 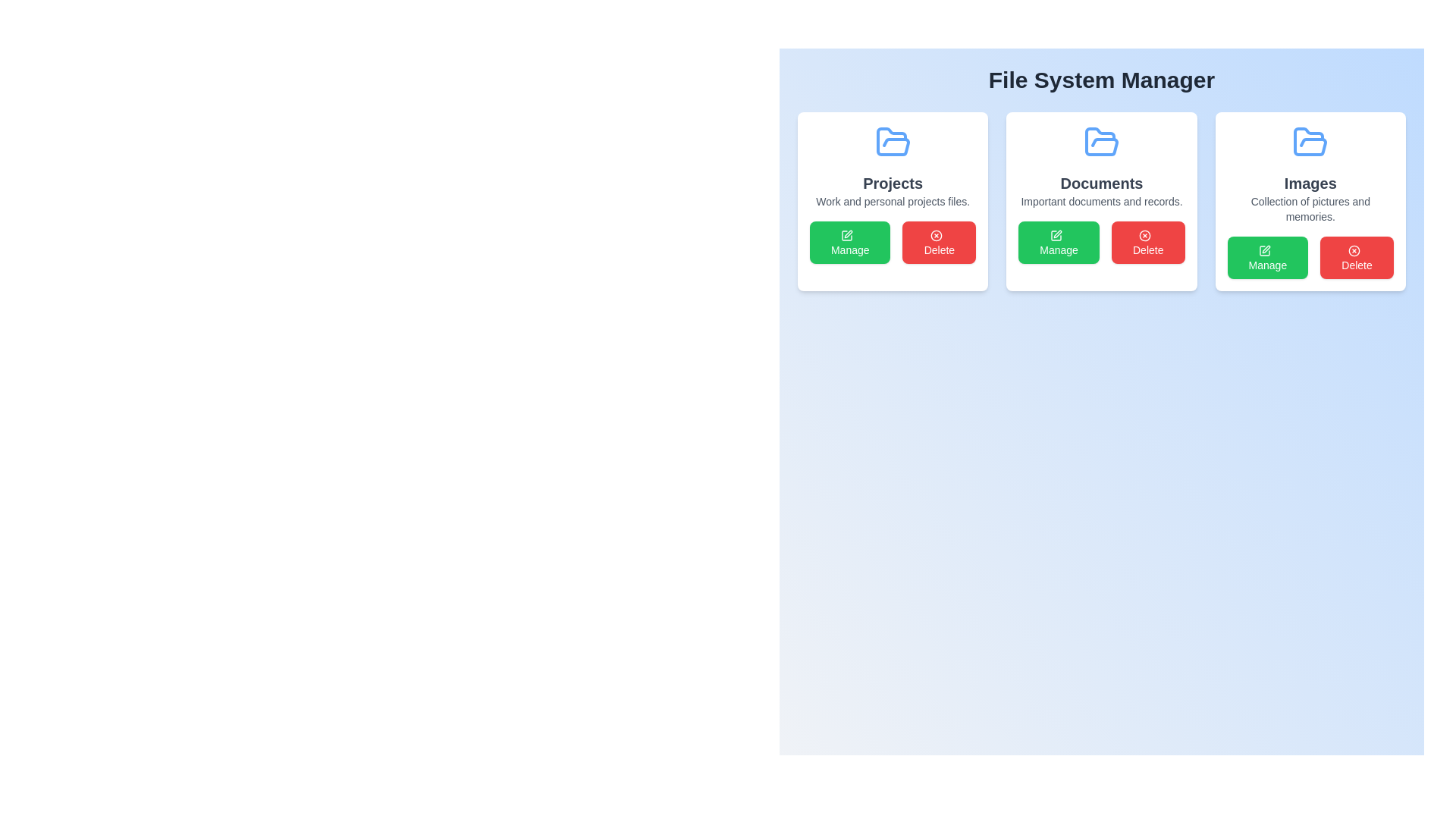 I want to click on the green 'Manage' button with a pen icon on the left, located beneath the 'Documents' section, so click(x=1058, y=242).